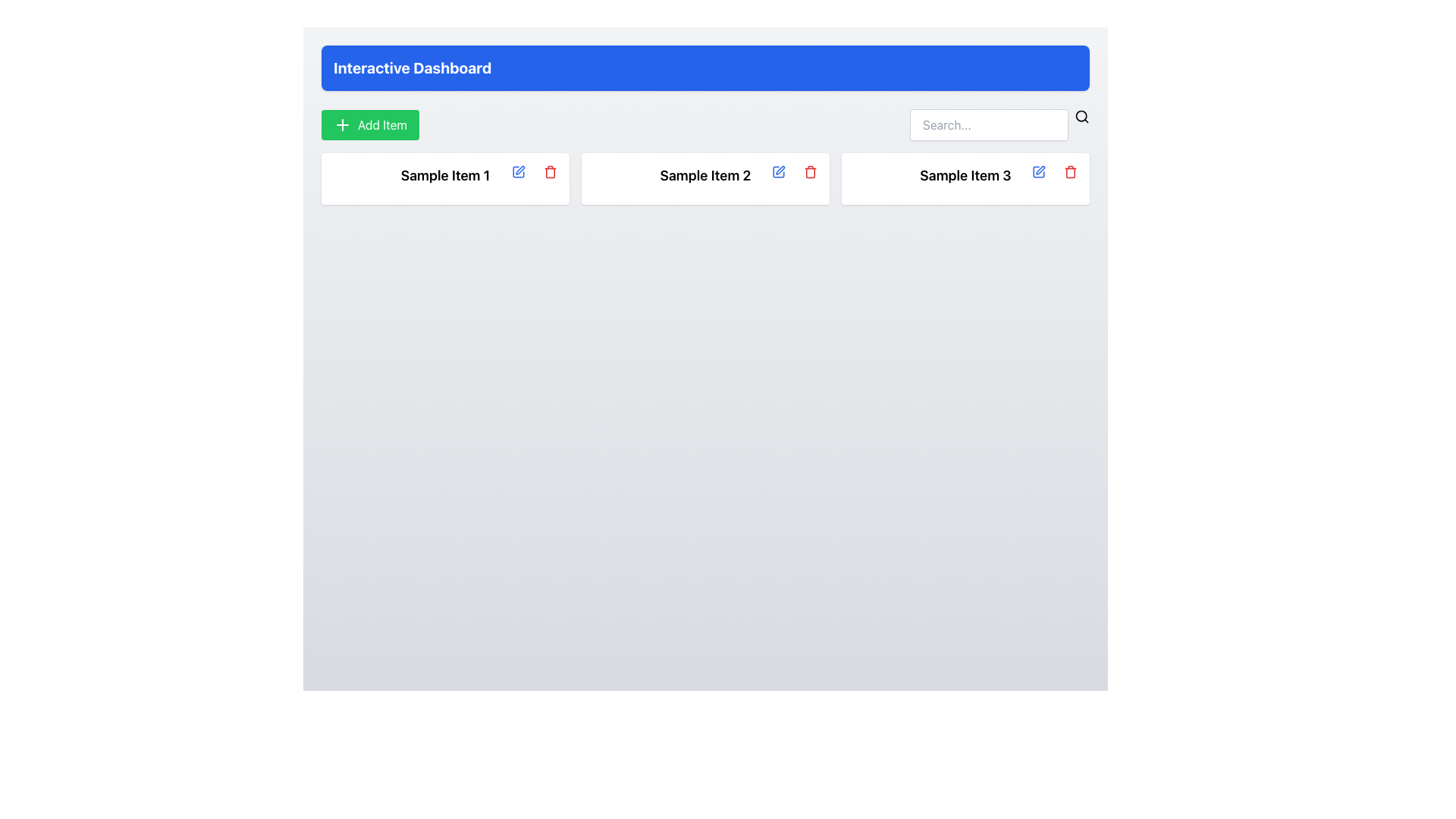 The height and width of the screenshot is (819, 1456). Describe the element at coordinates (779, 171) in the screenshot. I see `the edit icon on the right side of the panel for 'Sample Item 2' to initiate editing` at that location.